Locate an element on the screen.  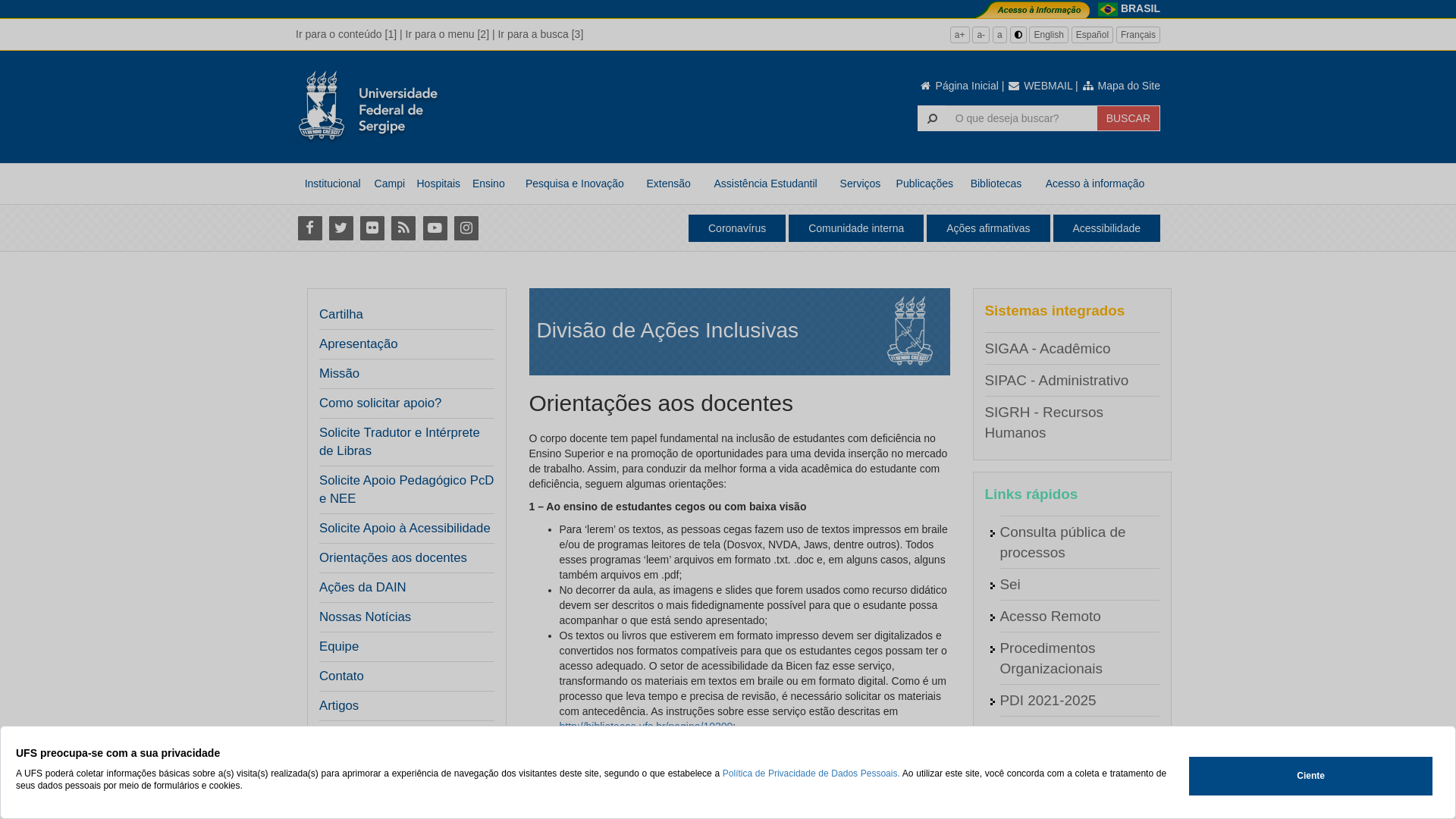
'Contato' is located at coordinates (340, 675).